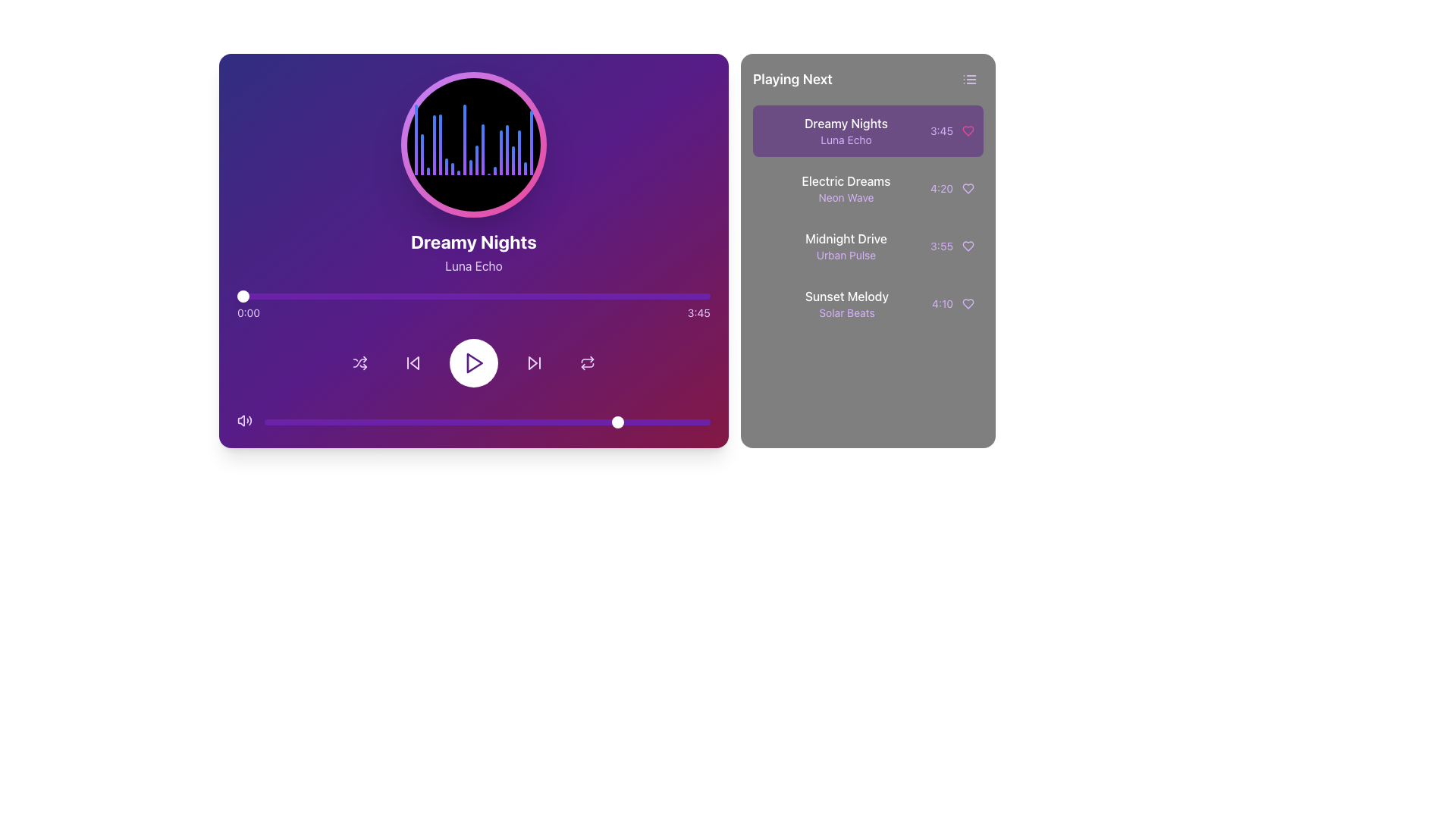 The width and height of the screenshot is (1456, 819). What do you see at coordinates (941, 188) in the screenshot?
I see `the duration displayed in the text label for the song 'Electric Dreams' by 'Neon Wave', located in the 'Playing Next' list on the right panel` at bounding box center [941, 188].